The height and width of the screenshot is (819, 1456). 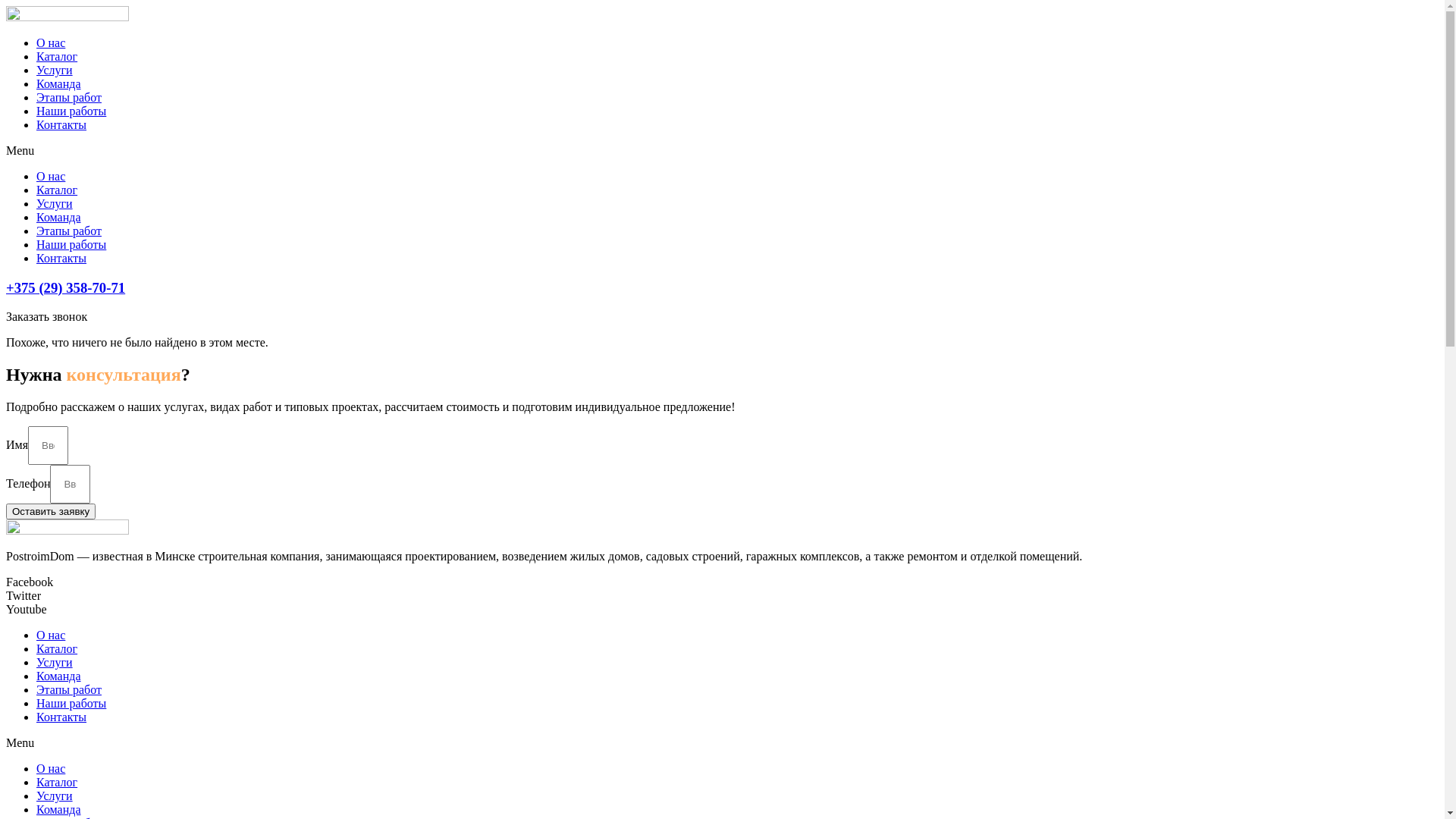 I want to click on '+375 (29) 358-70-71', so click(x=64, y=287).